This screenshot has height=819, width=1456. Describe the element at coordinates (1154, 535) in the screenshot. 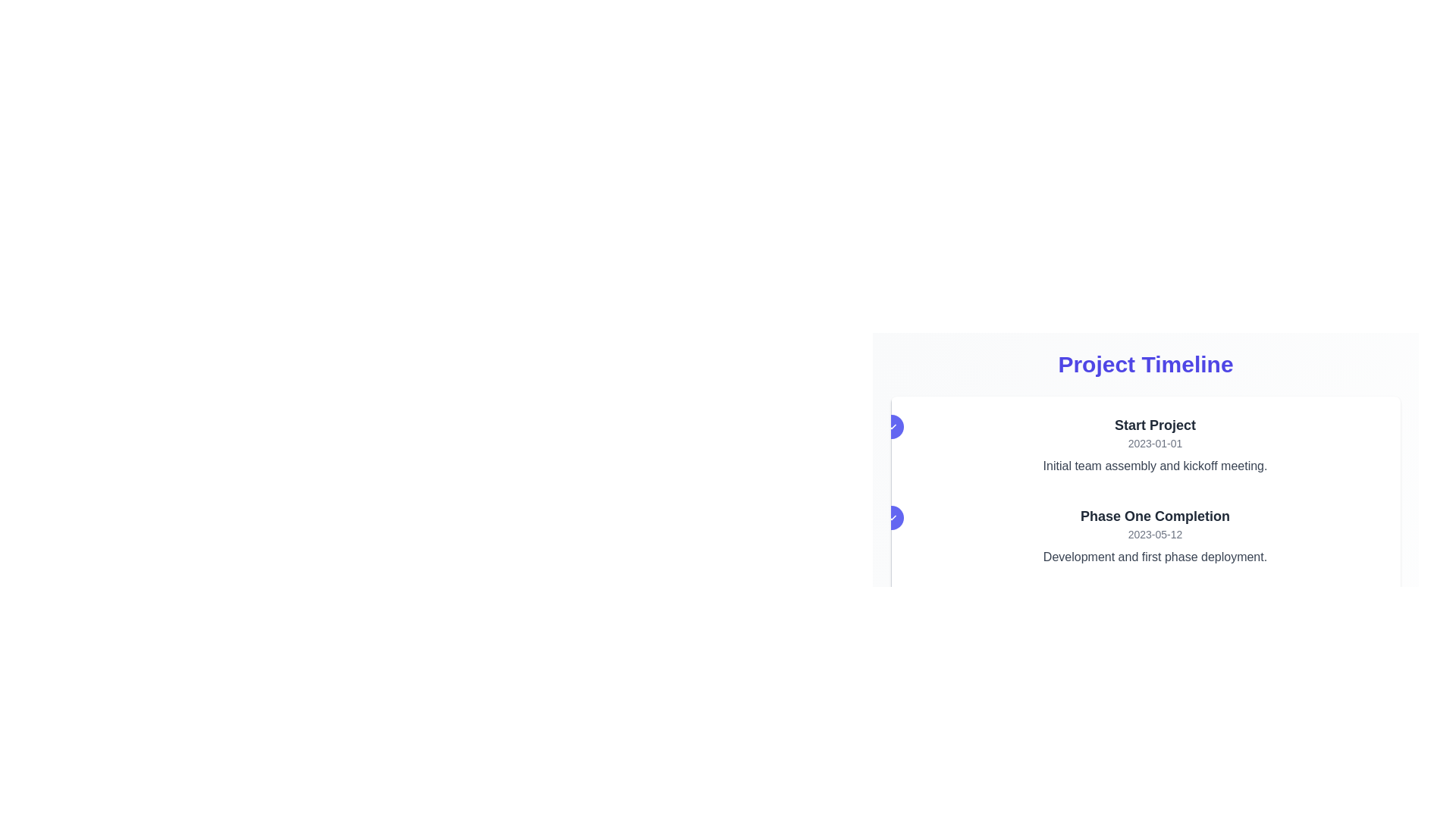

I see `the second entry in the timeline displaying 'Phase One Completion', which includes the date '2023-05-12' and description 'Development and first phase deployment.'` at that location.